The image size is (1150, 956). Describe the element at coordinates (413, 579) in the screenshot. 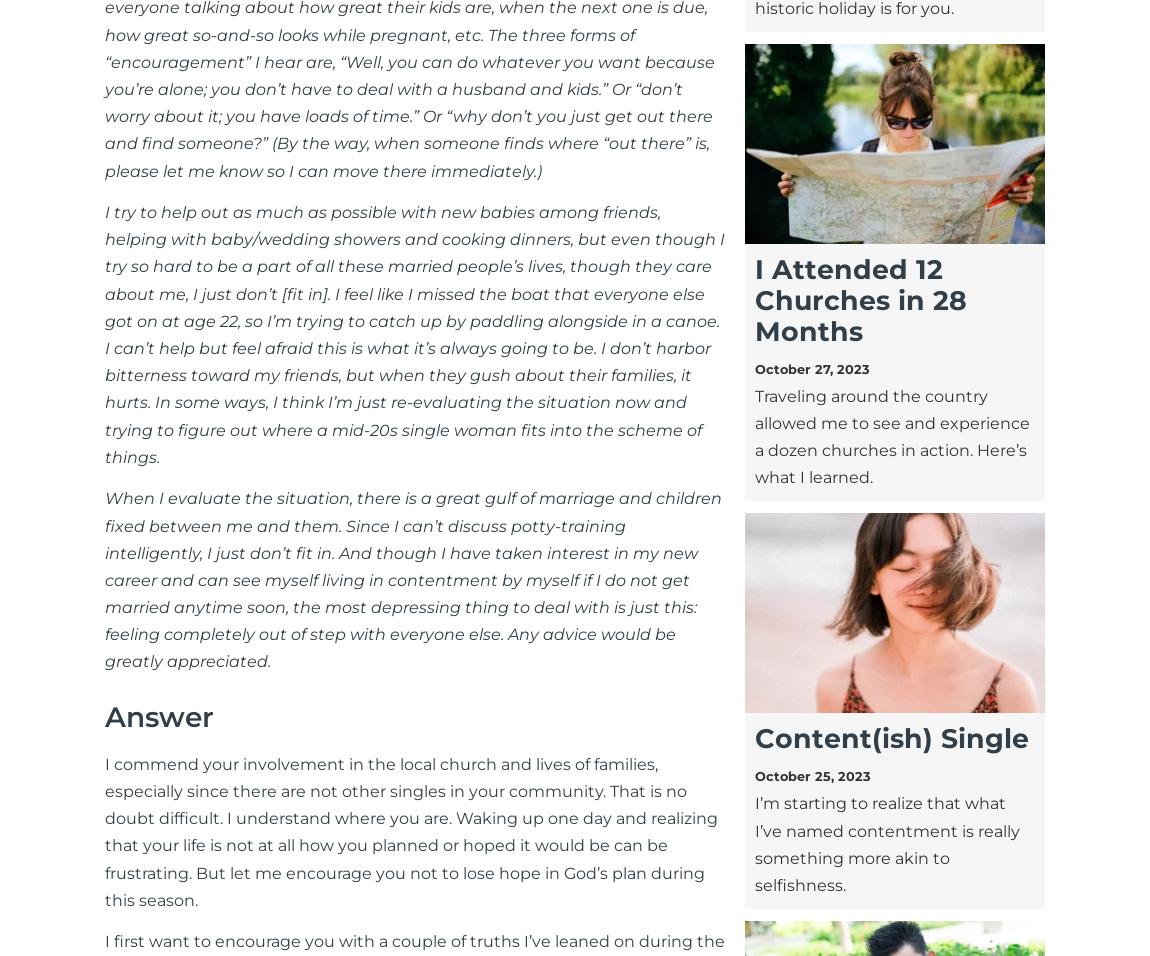

I see `'When I evaluate the situation, there is a great gulf of marriage and children fixed between me and them. Since I can’t discuss potty-training intelligently, I just don’t fit in. And though I have taken interest in my new career and can see myself living in contentment by myself if I do not get married anytime soon, the most depressing thing to deal with is just this: feeling completely out of step with everyone else. Any advice would be greatly appreciated.'` at that location.